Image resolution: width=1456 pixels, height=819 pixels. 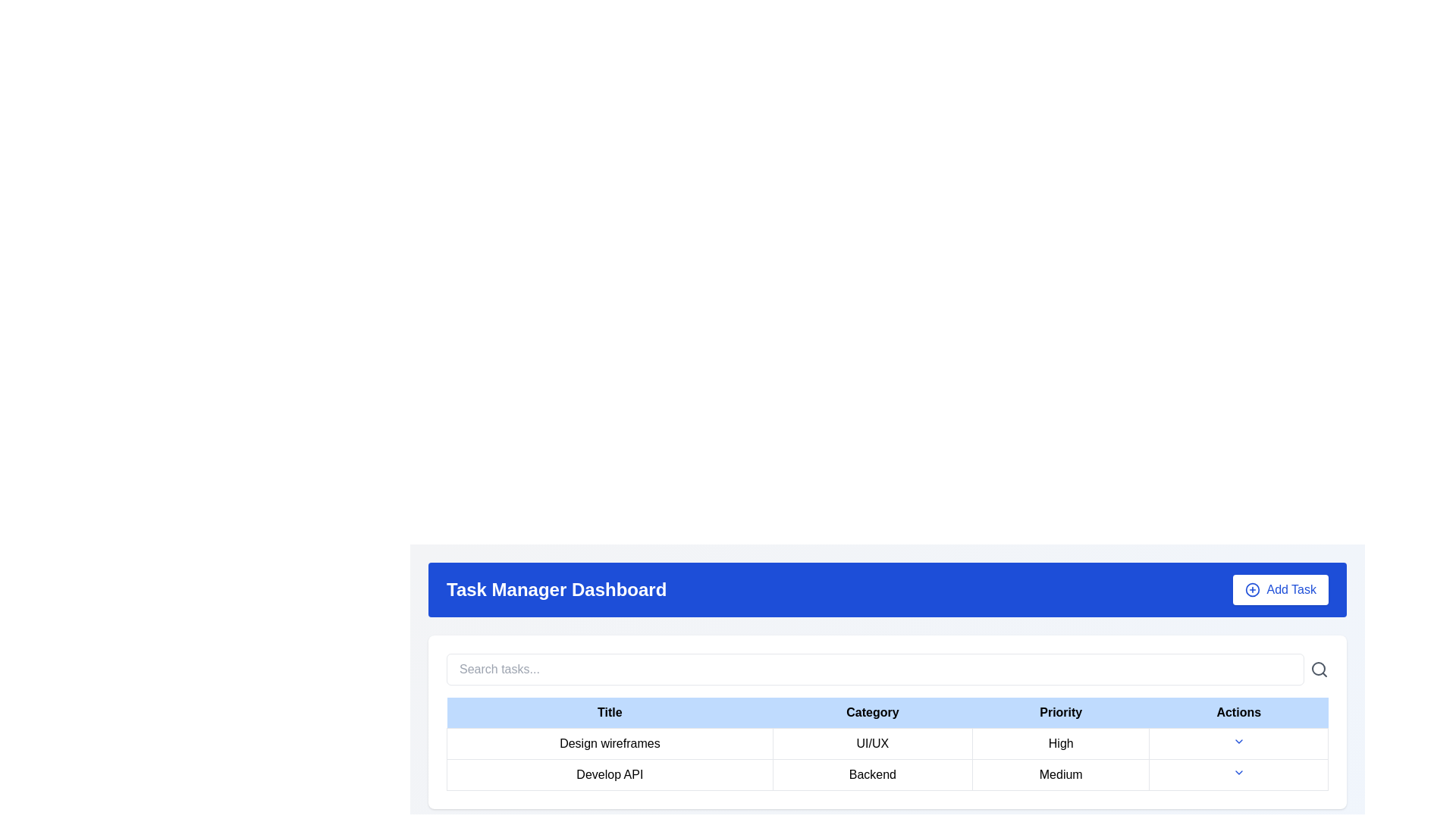 I want to click on title text label located on the left side of the header section of the dashboard, which serves as the primary identifier for the interface, so click(x=556, y=589).